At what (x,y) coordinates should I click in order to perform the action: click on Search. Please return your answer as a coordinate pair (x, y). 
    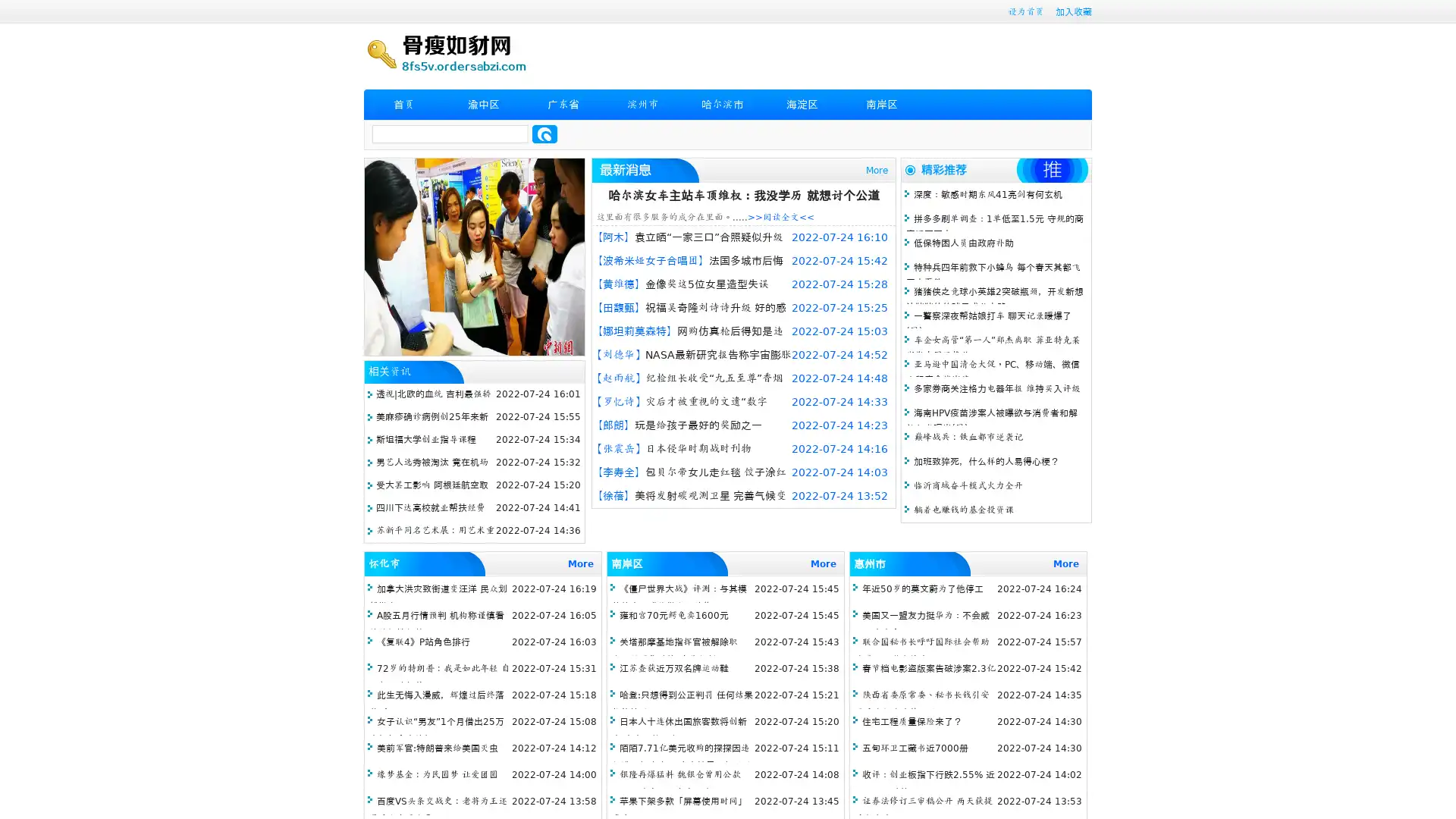
    Looking at the image, I should click on (544, 133).